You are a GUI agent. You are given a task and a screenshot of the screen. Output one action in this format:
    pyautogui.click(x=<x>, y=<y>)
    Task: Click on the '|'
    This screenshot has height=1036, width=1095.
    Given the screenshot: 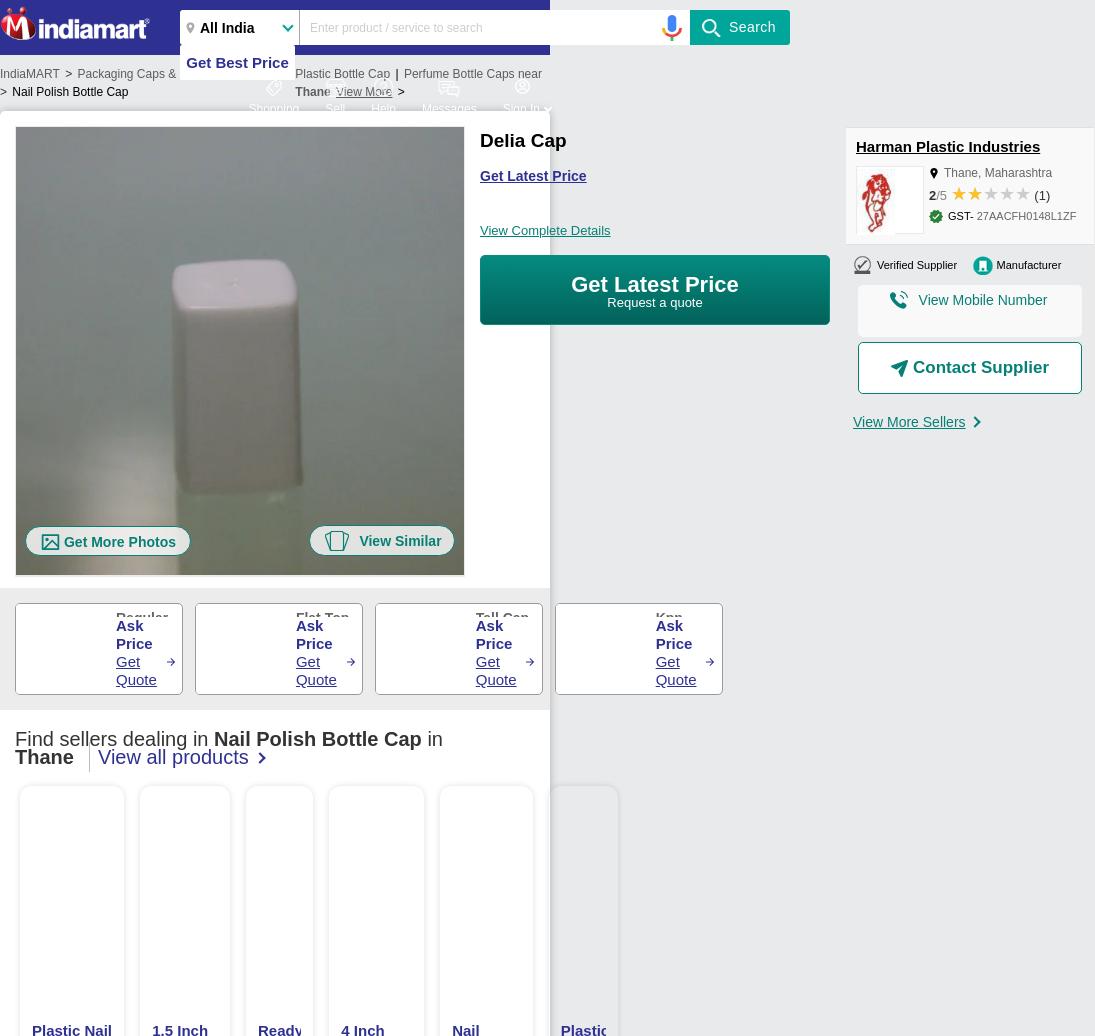 What is the action you would take?
    pyautogui.click(x=395, y=73)
    